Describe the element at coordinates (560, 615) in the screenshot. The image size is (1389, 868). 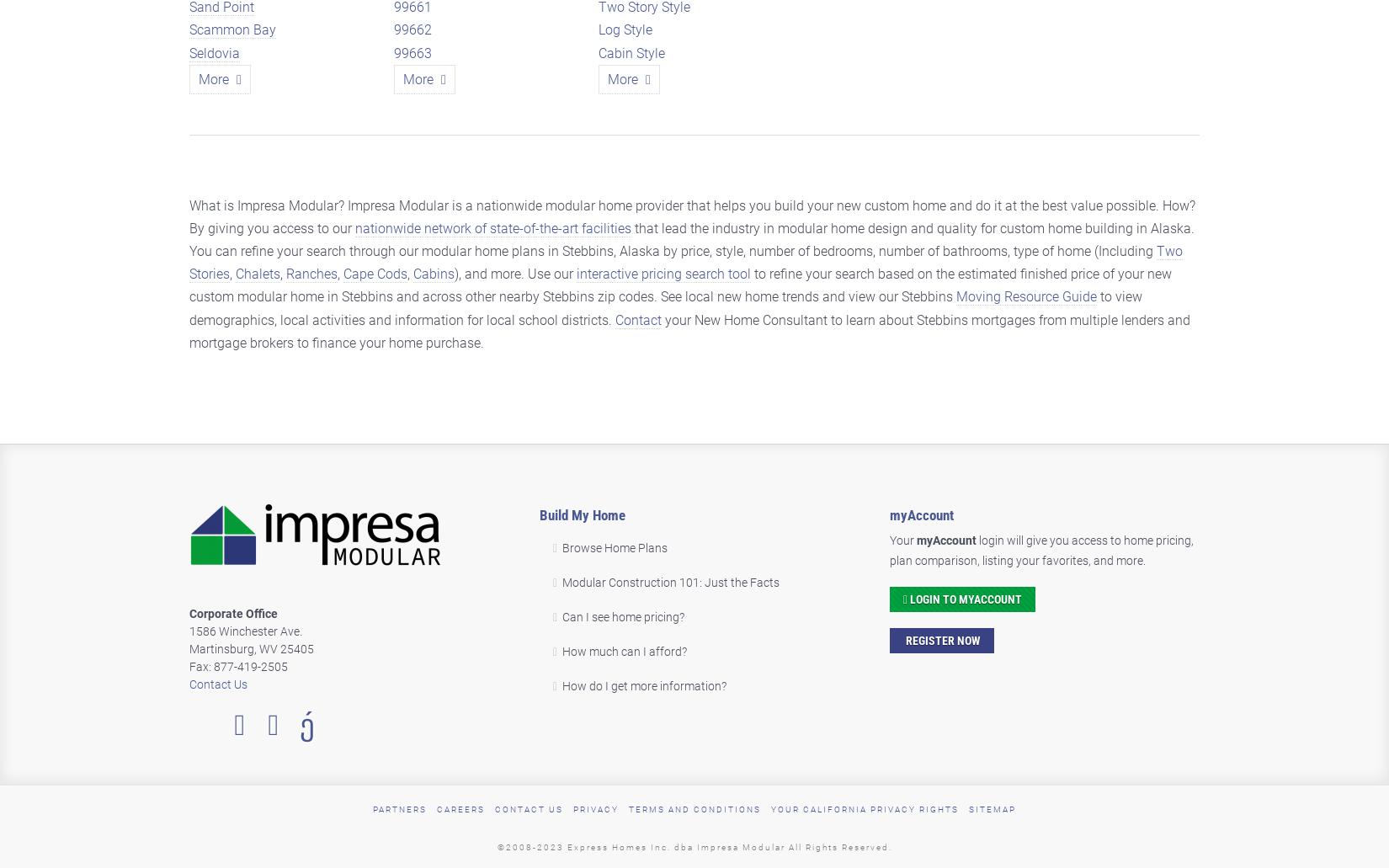
I see `'Can I see home pricing?'` at that location.